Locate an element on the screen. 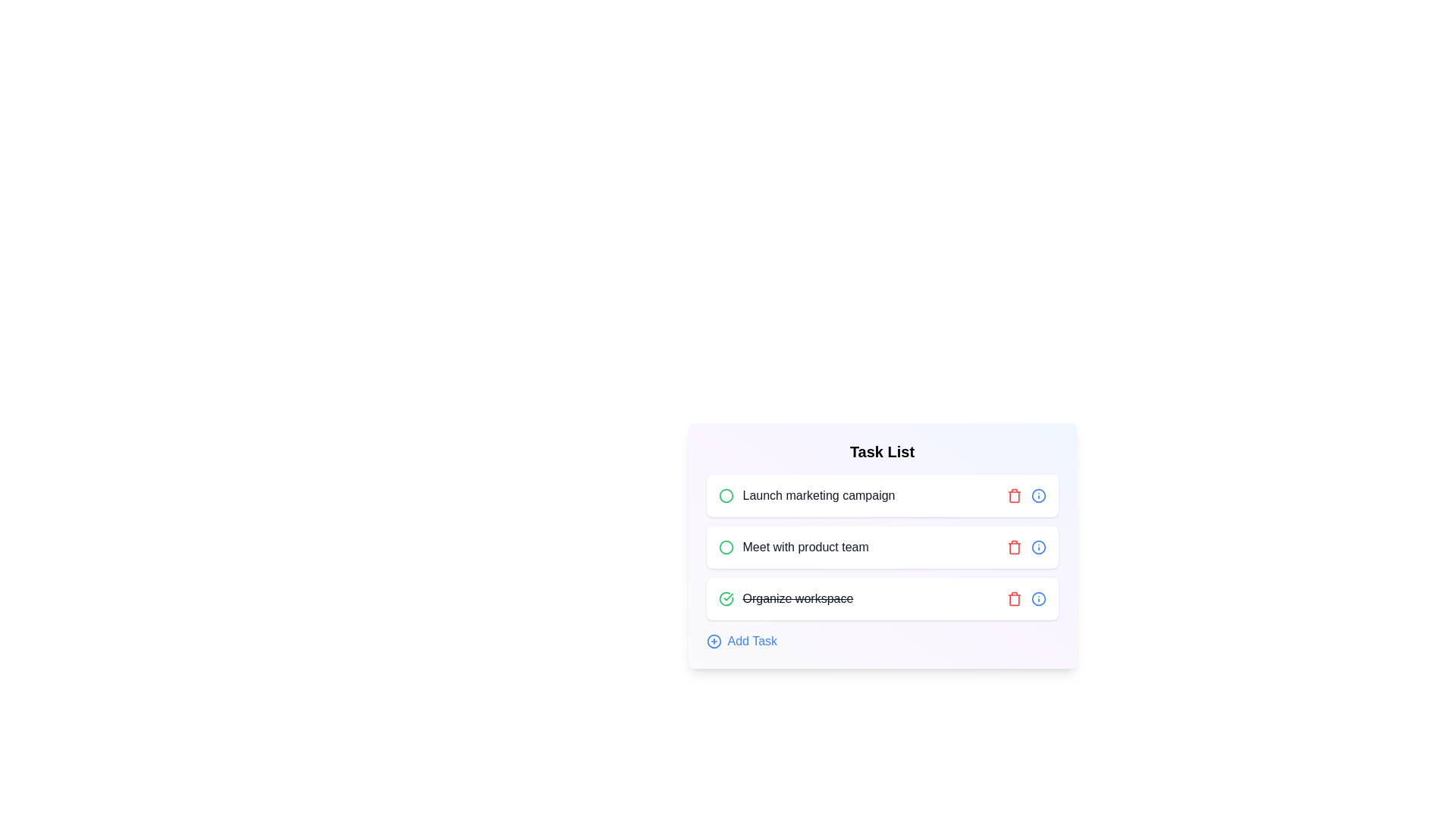 The image size is (1456, 819). the delete button of the task 'Organize workspace' is located at coordinates (1014, 598).